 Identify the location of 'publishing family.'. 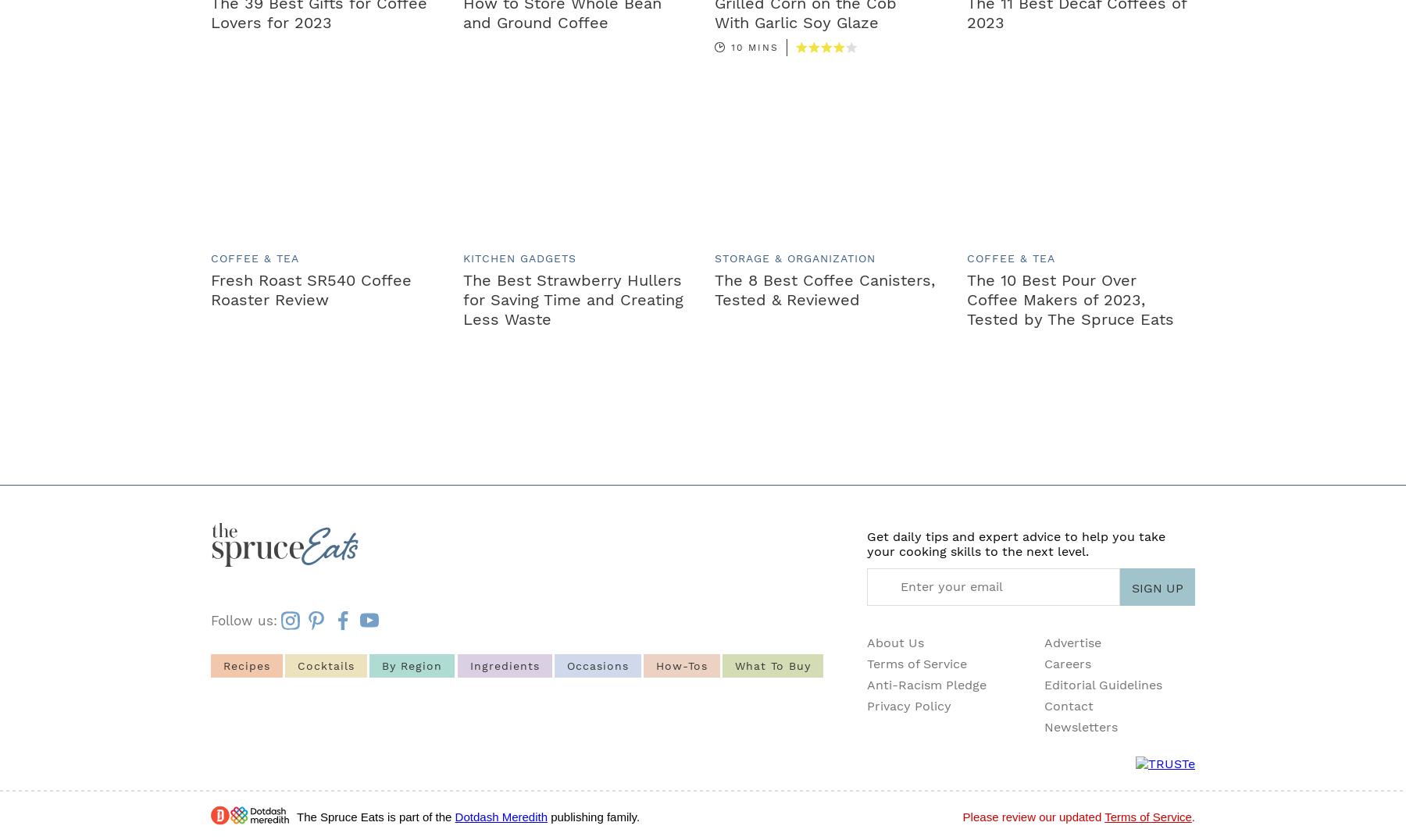
(546, 817).